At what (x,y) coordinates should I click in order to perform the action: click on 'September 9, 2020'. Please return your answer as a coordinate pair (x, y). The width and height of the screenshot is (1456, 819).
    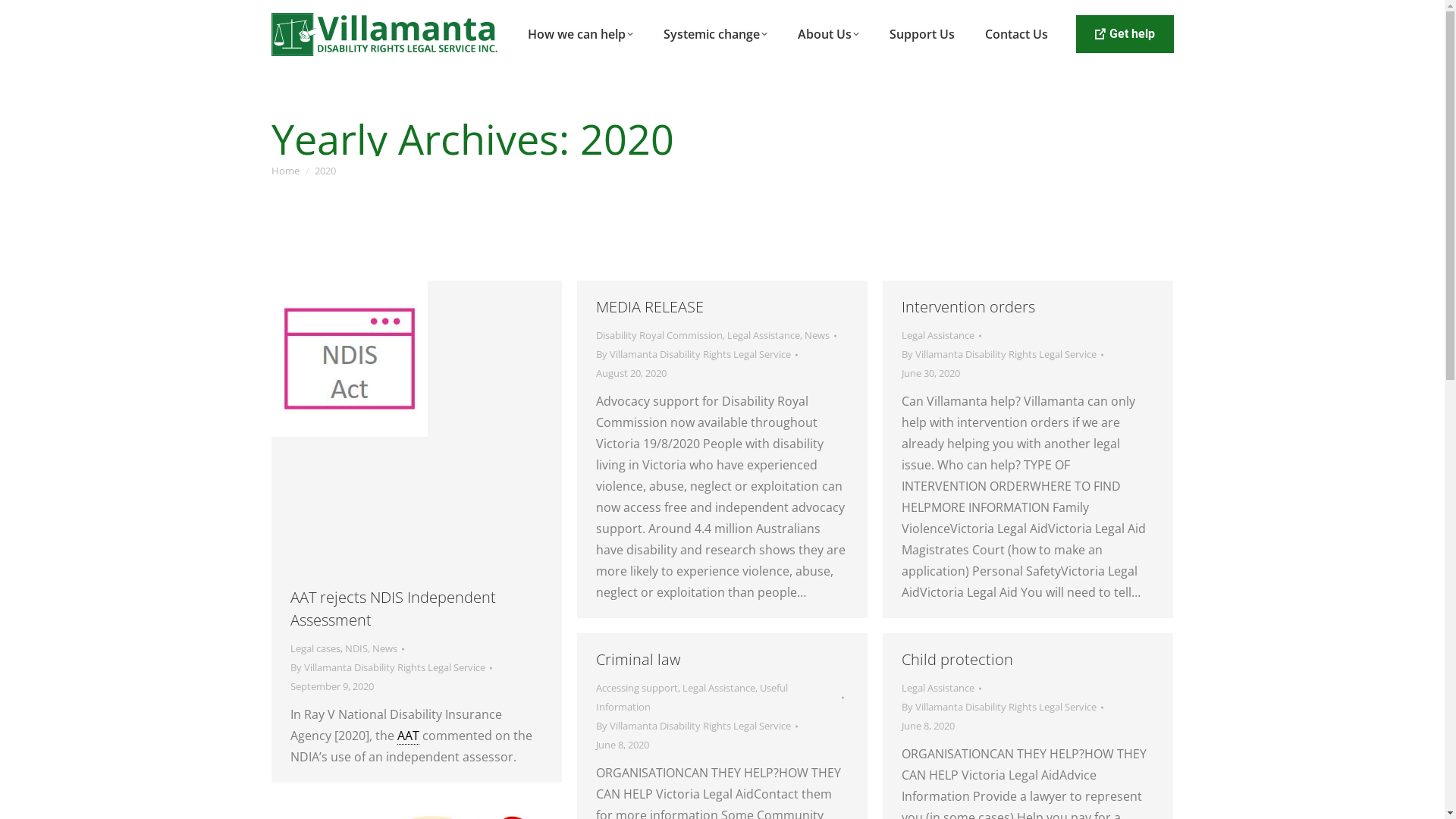
    Looking at the image, I should click on (330, 686).